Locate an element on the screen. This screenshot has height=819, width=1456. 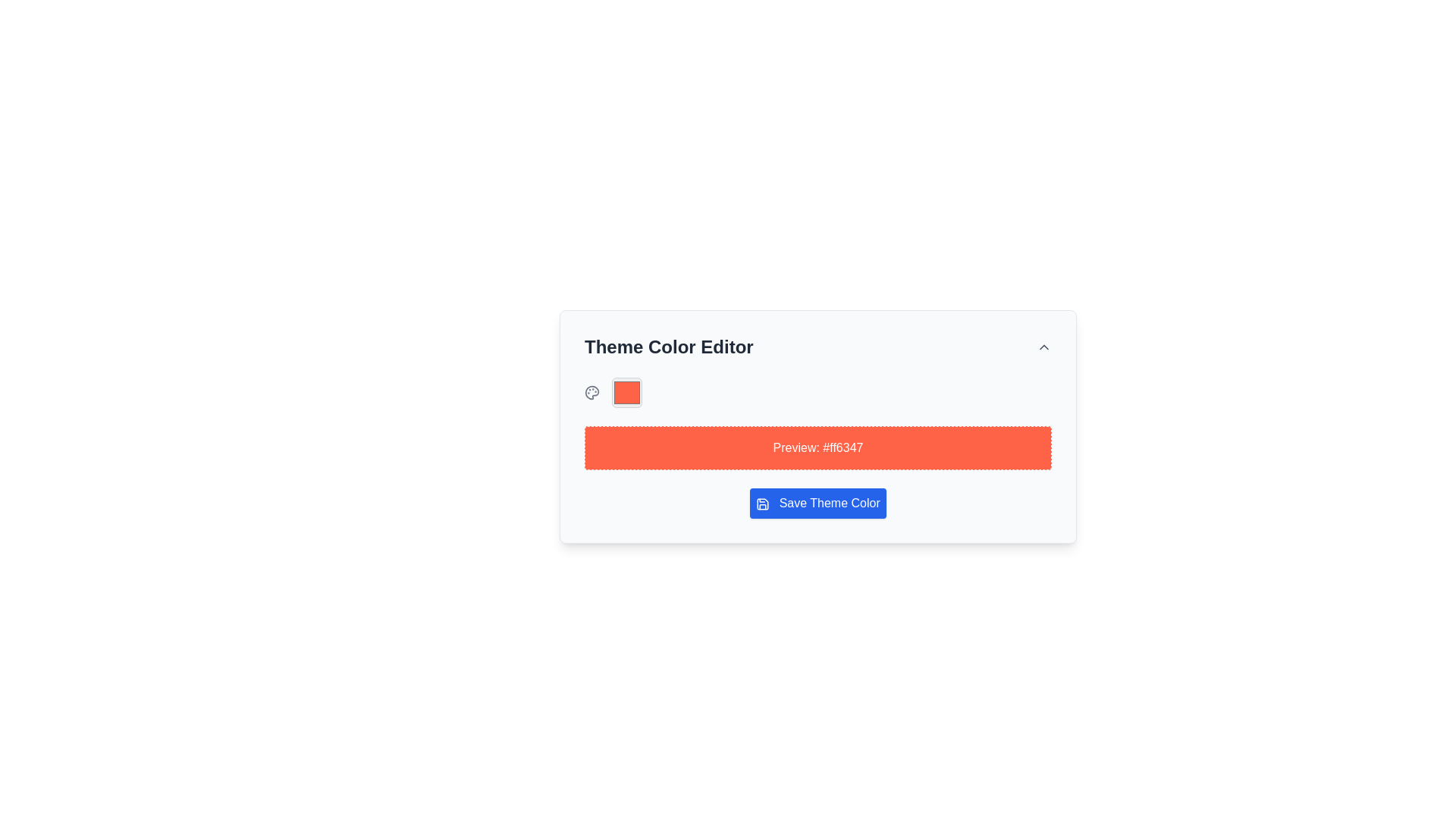
the visual display box with a dashed border and red background that contains the text 'Preview: #ff6347' is located at coordinates (817, 447).